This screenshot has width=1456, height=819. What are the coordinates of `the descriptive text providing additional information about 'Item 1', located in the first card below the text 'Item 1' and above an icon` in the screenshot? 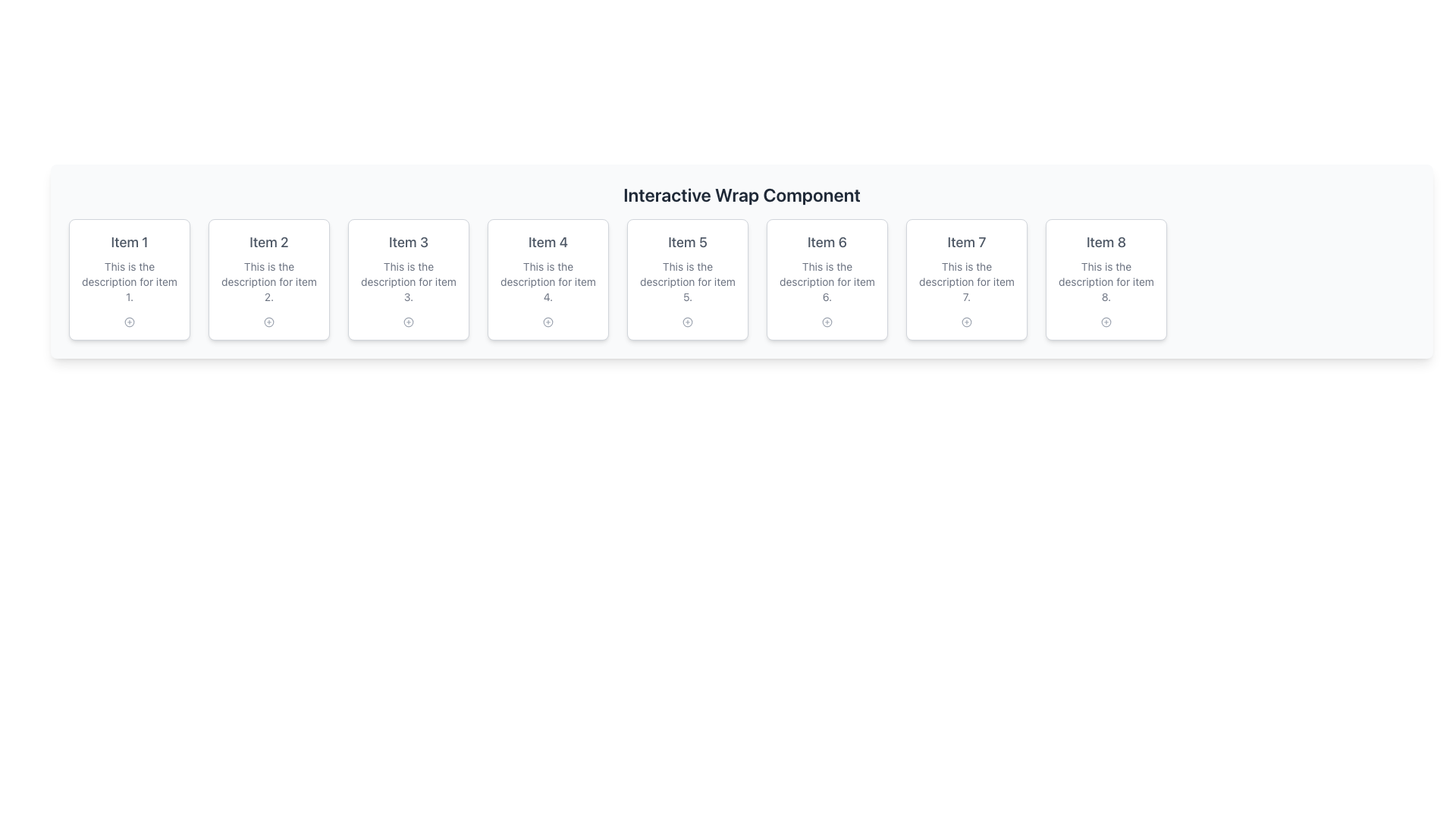 It's located at (130, 281).